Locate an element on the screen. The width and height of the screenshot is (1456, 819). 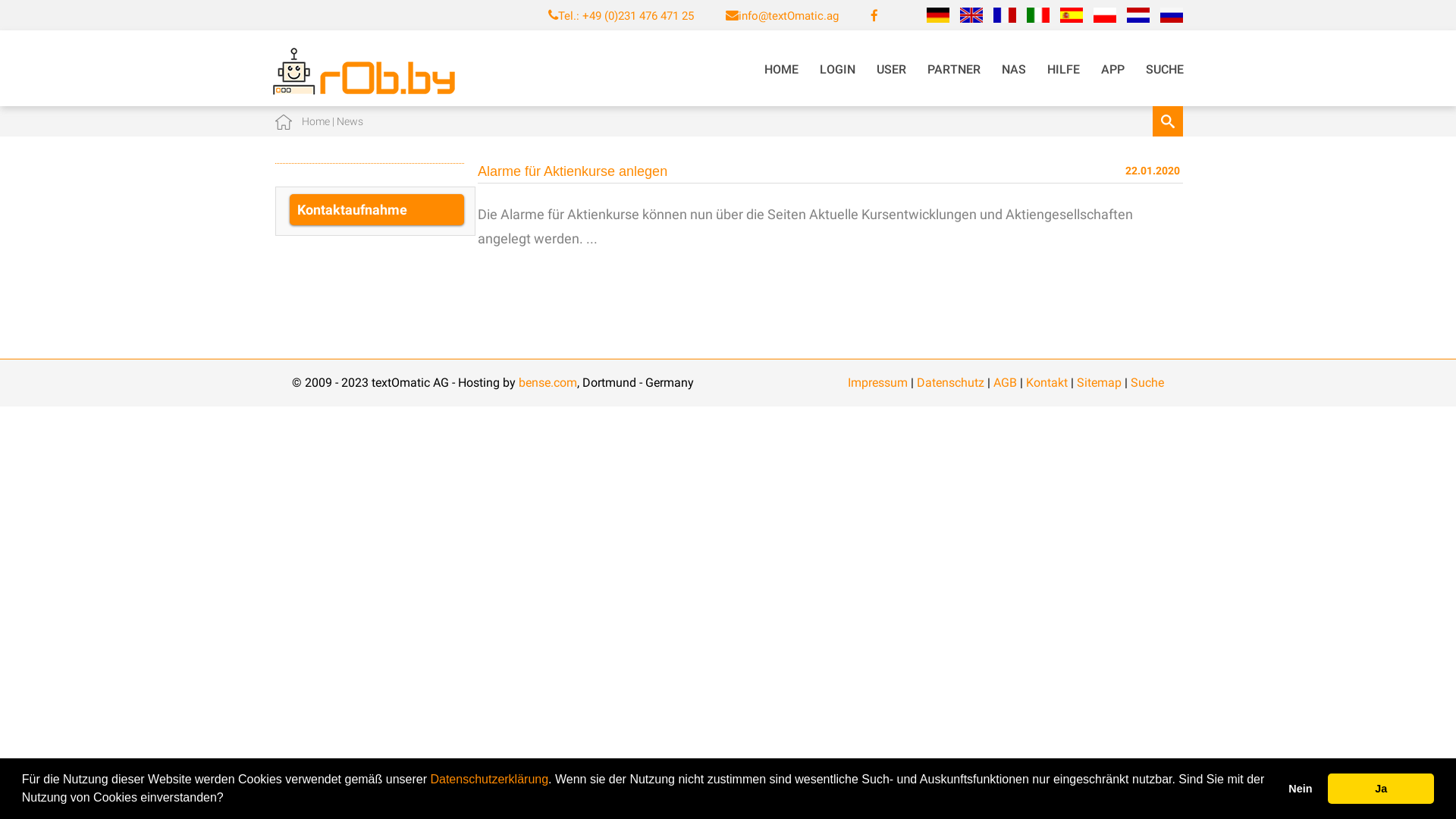
'bense.com' is located at coordinates (547, 381).